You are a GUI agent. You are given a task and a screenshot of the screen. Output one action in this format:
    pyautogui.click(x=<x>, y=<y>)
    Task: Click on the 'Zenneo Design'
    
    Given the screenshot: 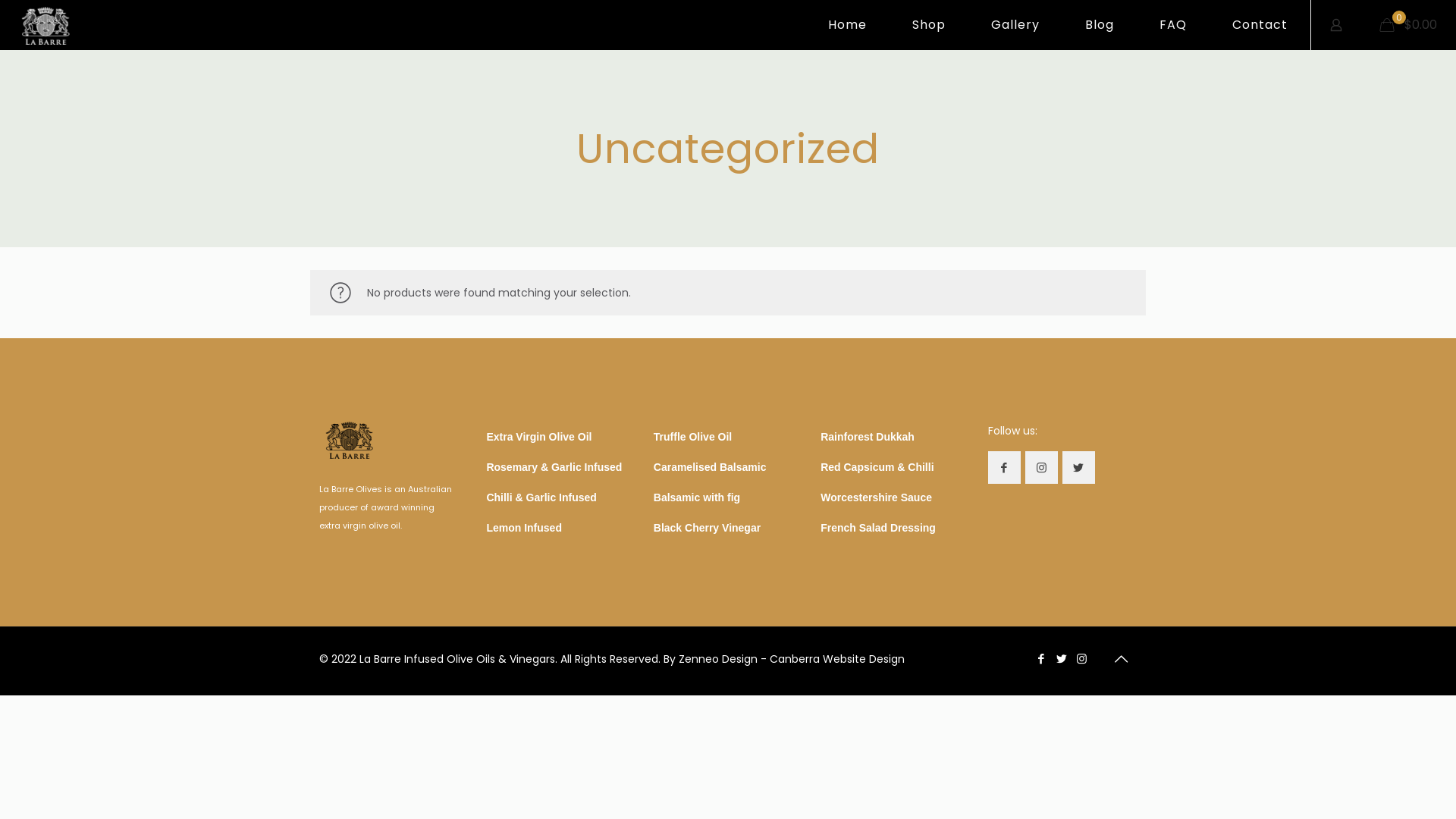 What is the action you would take?
    pyautogui.click(x=717, y=657)
    